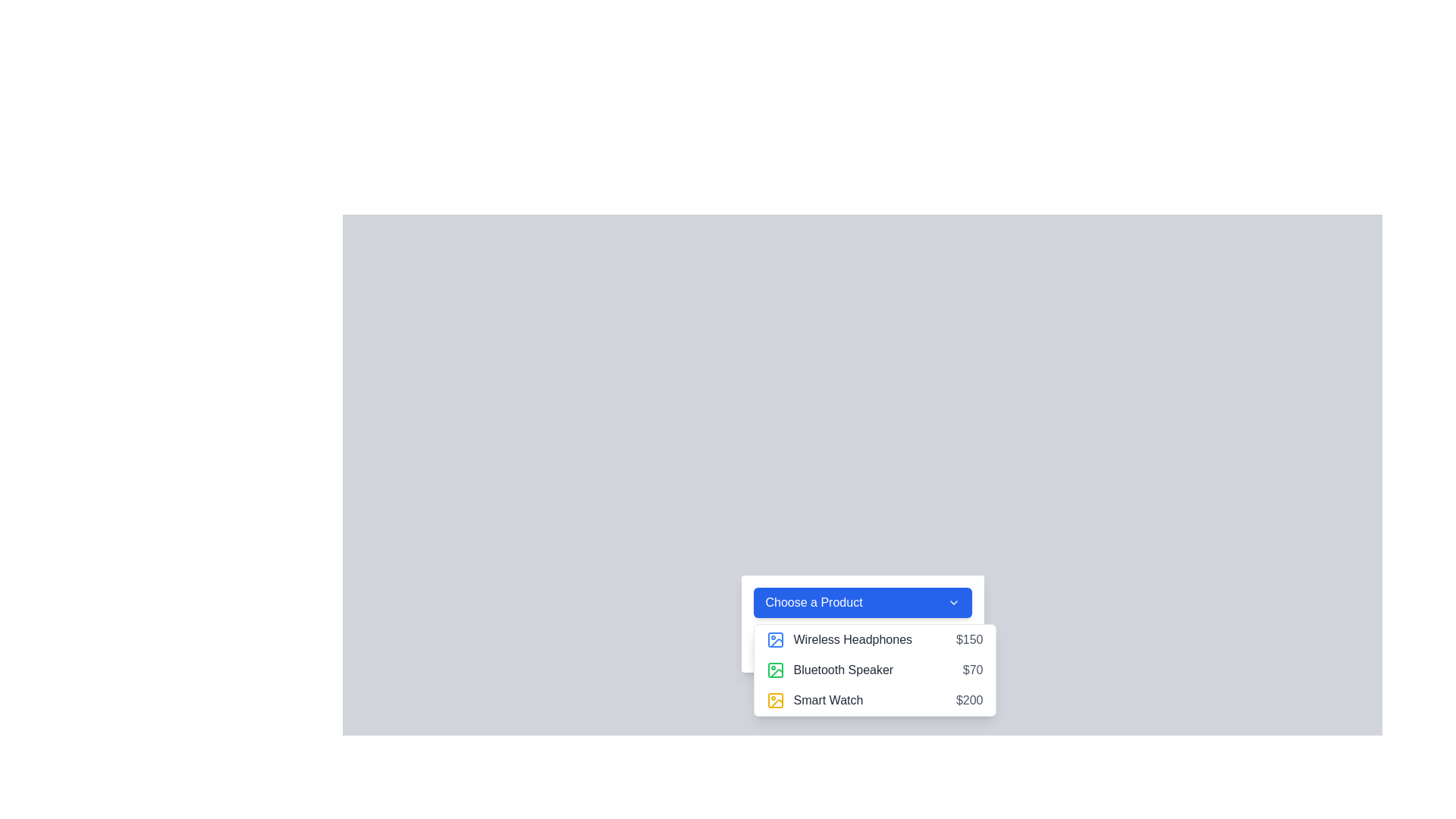  Describe the element at coordinates (968, 640) in the screenshot. I see `the static text label displaying the price '$150', which is aligned to the far right of the 'Wireless Headphones' item listing` at that location.